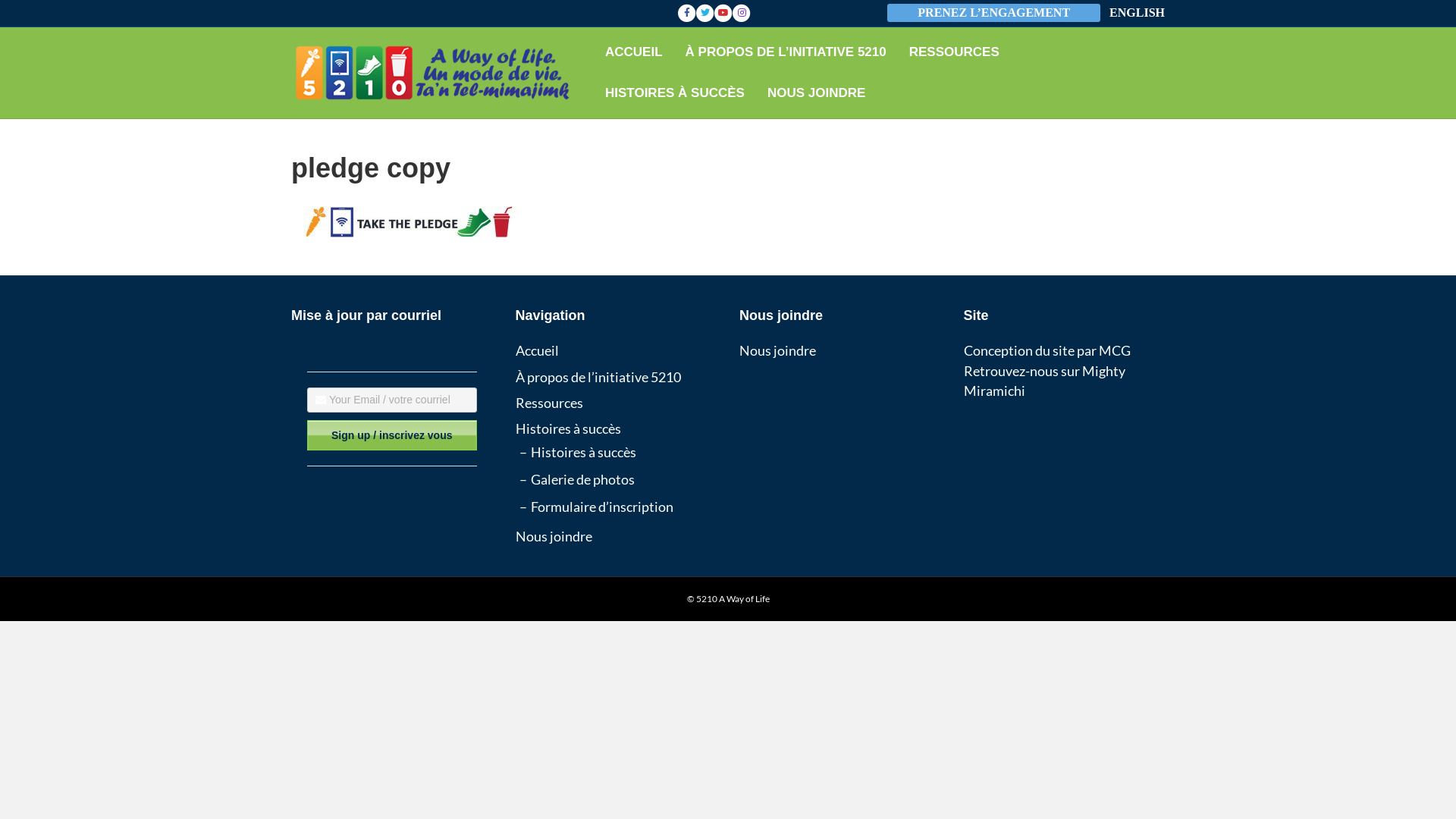 This screenshot has height=819, width=1456. I want to click on 'Instagram', so click(732, 12).